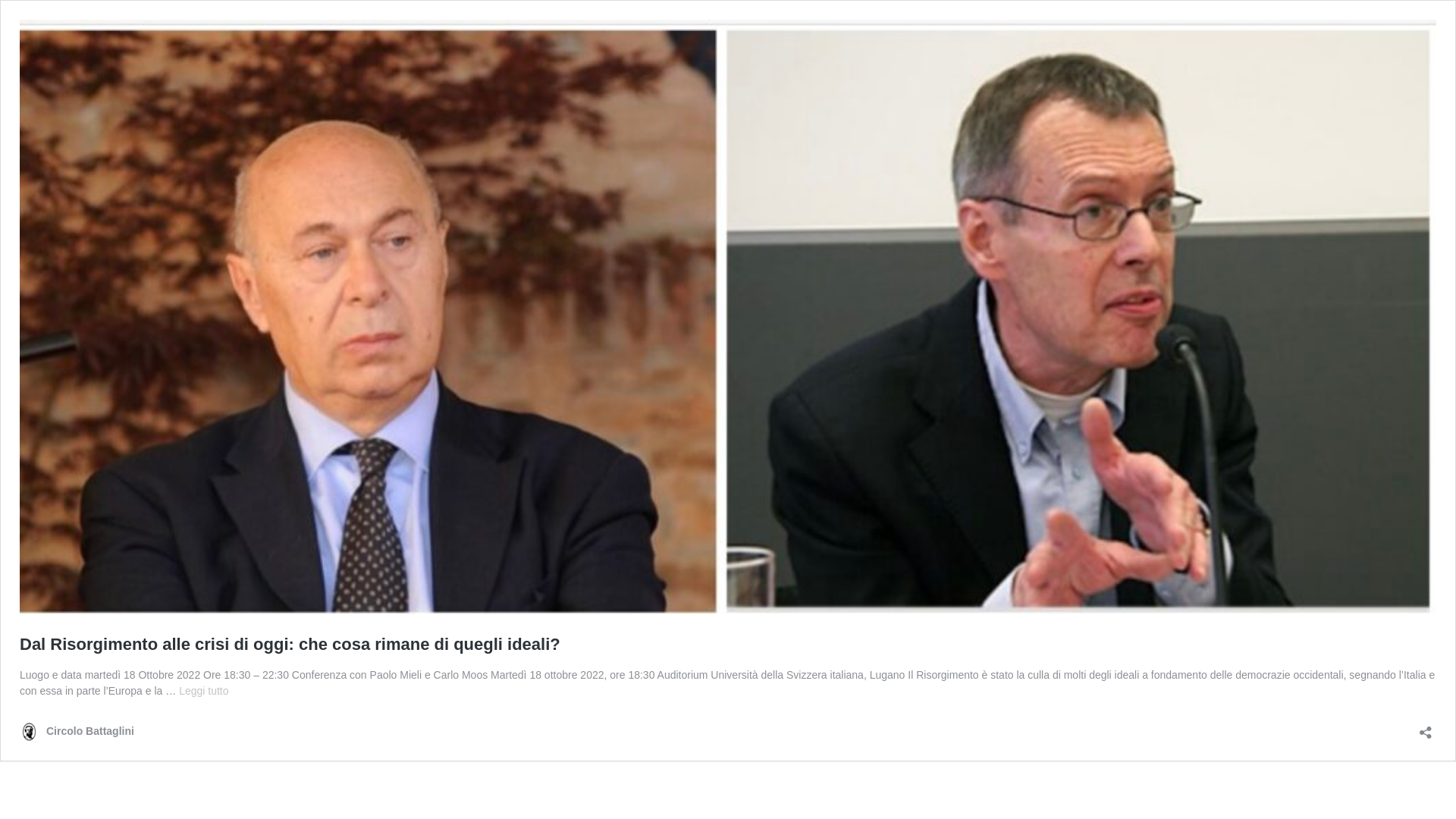 Image resolution: width=1456 pixels, height=819 pixels. What do you see at coordinates (19, 730) in the screenshot?
I see `'Circolo Battaglini'` at bounding box center [19, 730].